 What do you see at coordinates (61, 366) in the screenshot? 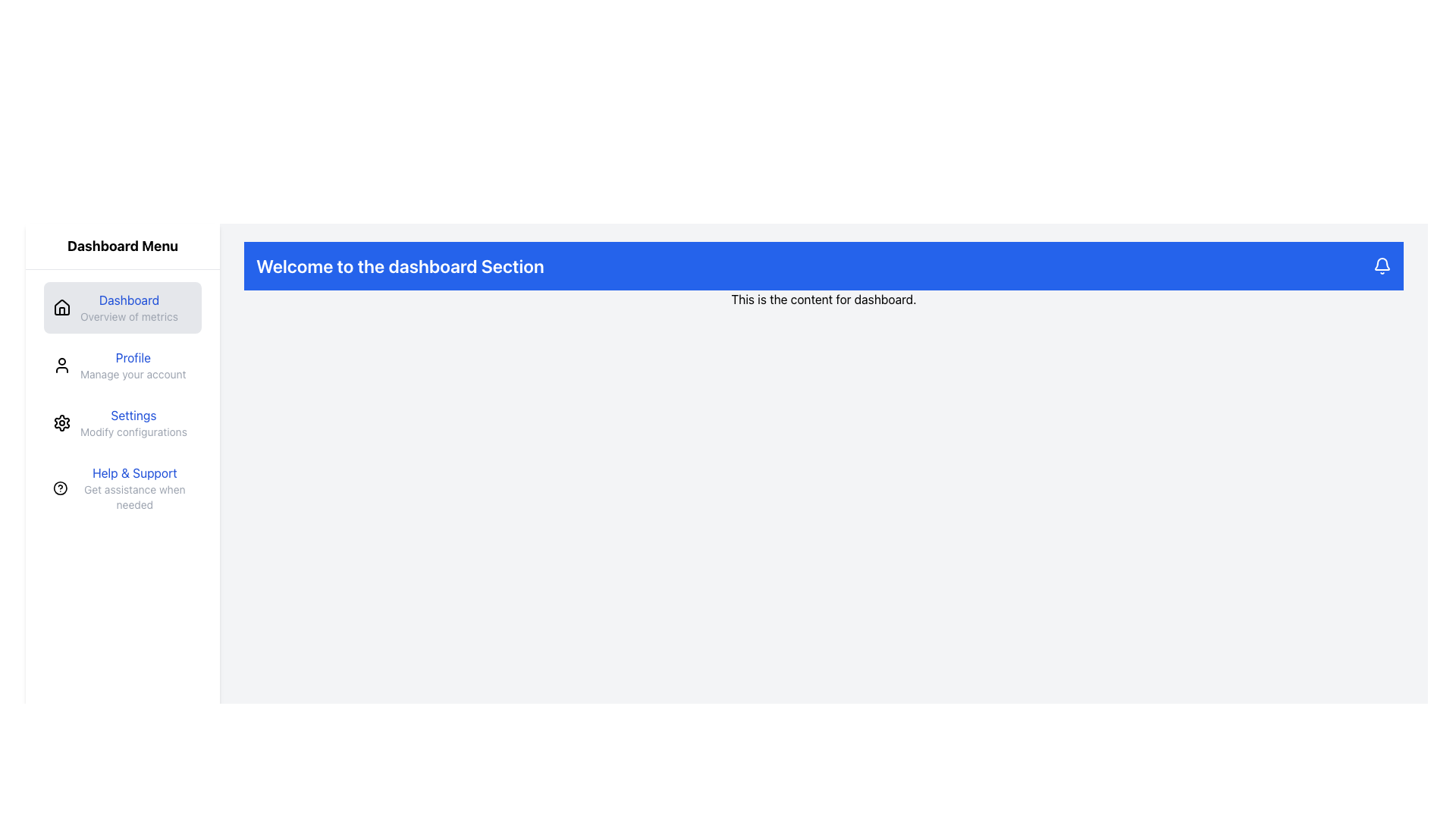
I see `the user silhouette icon located in the 'Profile' menu item section` at bounding box center [61, 366].